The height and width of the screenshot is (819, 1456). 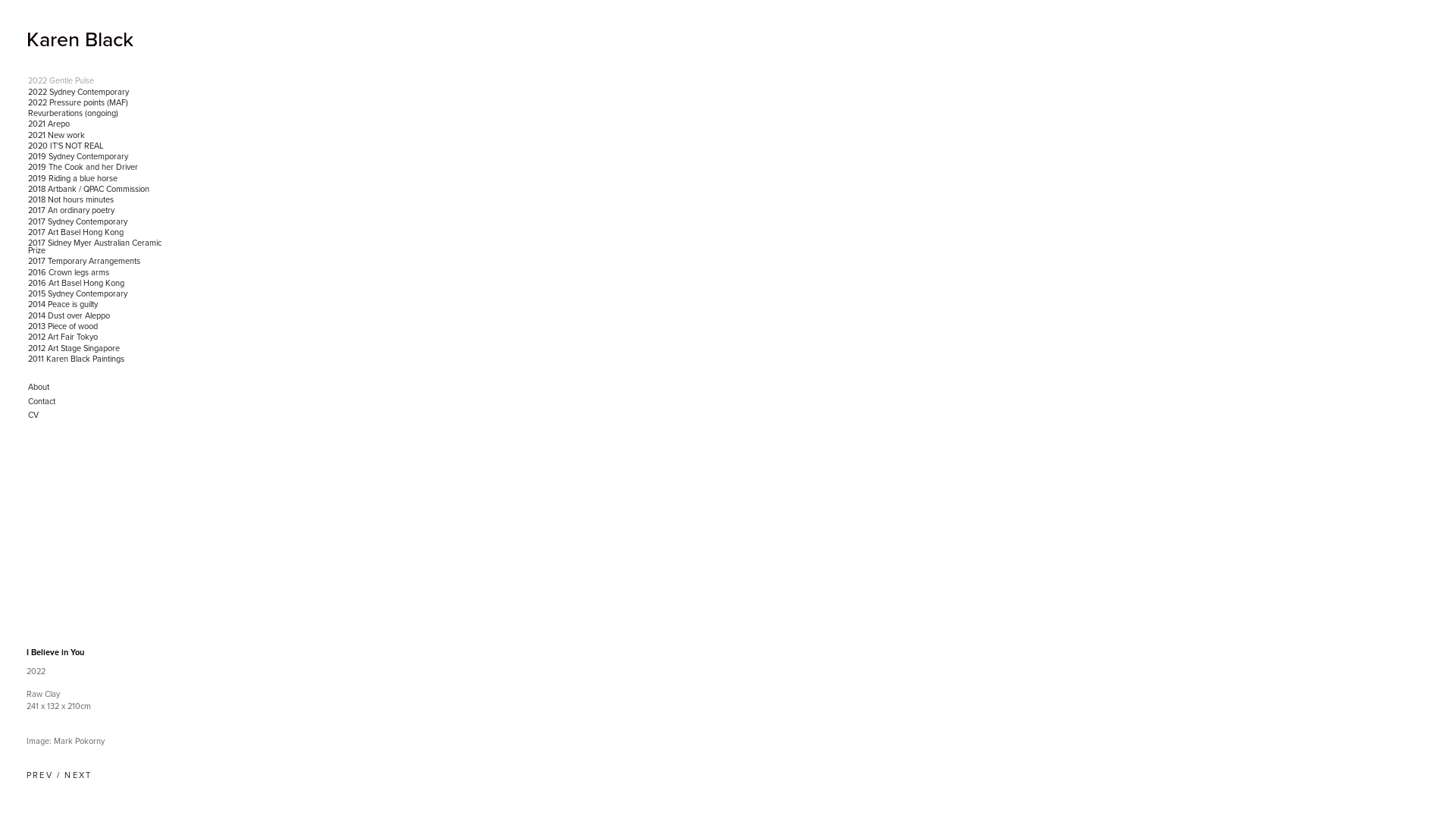 I want to click on '2018 Artbank / QPAC Commission', so click(x=97, y=189).